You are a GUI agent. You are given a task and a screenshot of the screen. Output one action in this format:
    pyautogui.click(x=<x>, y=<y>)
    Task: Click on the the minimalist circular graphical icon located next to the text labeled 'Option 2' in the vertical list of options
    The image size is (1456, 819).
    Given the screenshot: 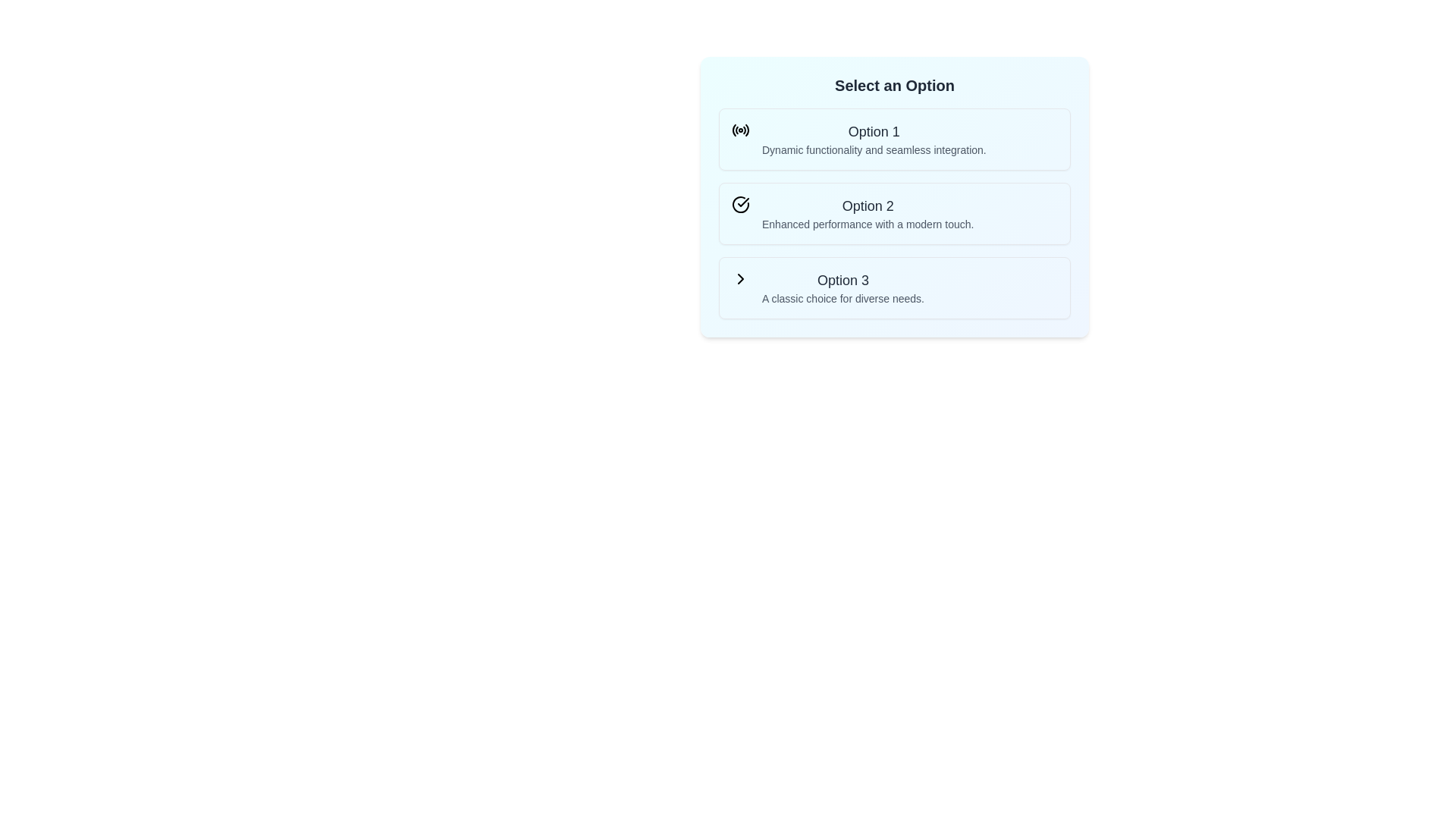 What is the action you would take?
    pyautogui.click(x=741, y=205)
    